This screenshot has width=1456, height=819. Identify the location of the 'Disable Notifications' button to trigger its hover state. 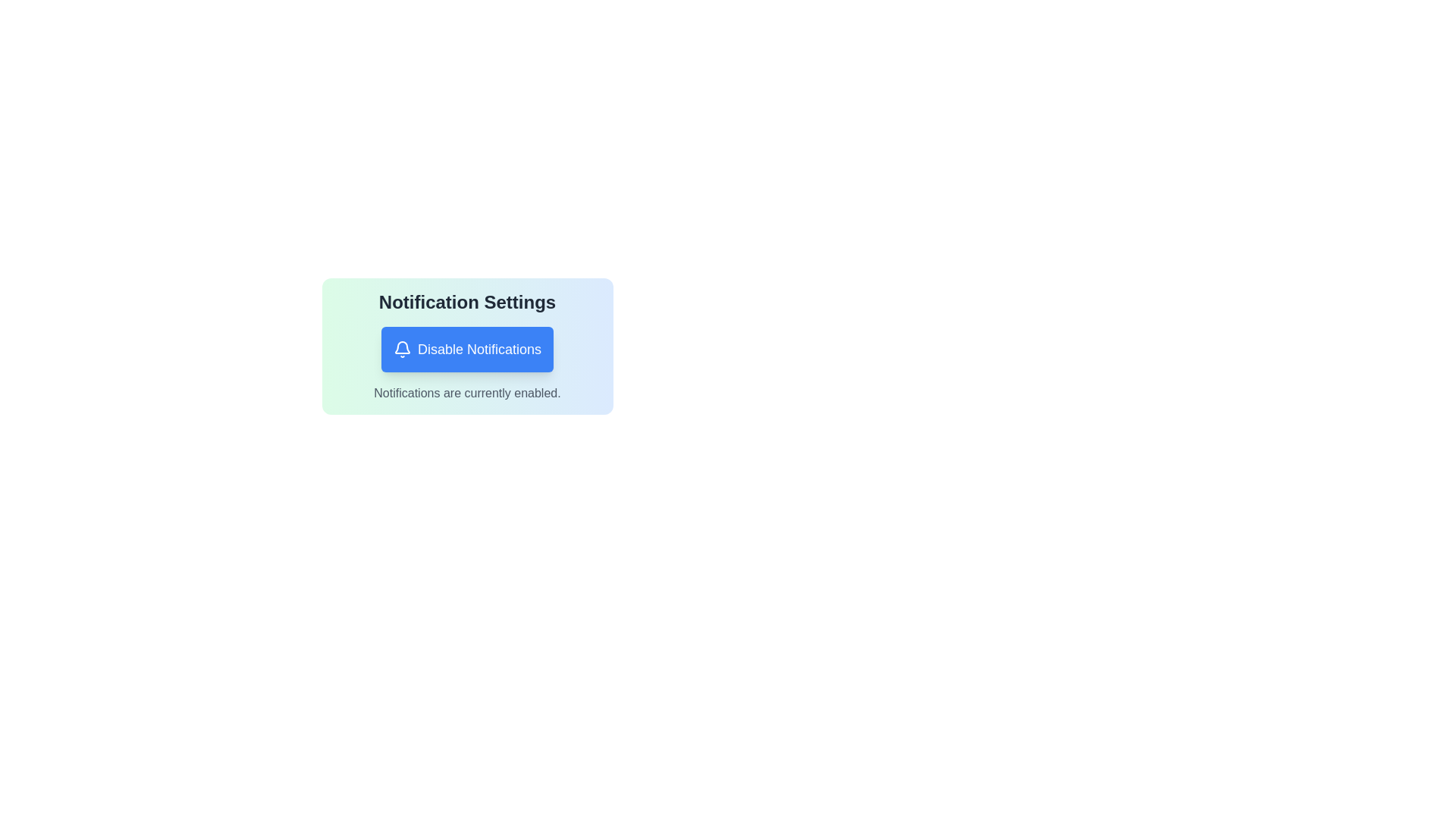
(466, 350).